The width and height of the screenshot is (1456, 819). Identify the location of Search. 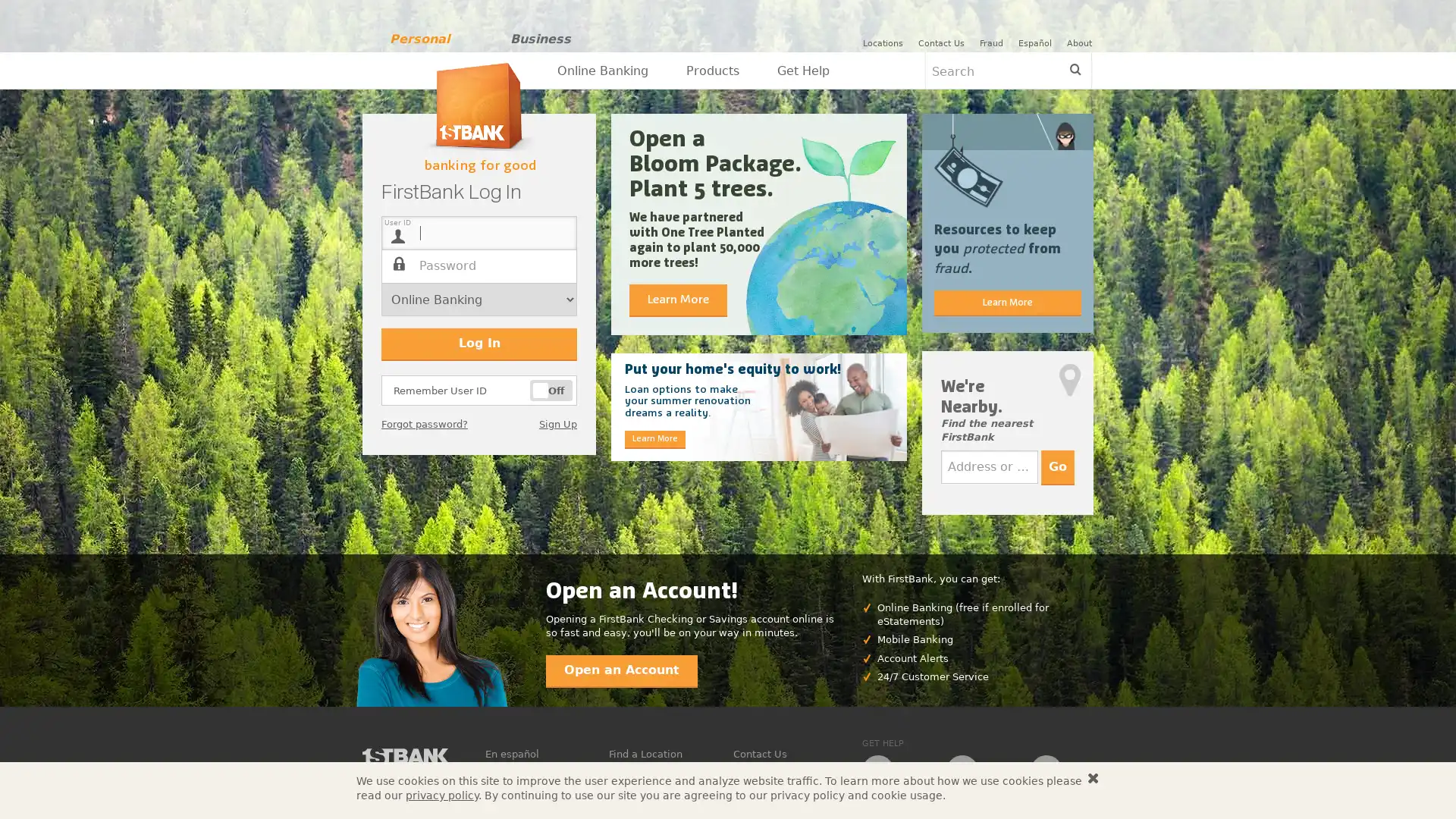
(1074, 70).